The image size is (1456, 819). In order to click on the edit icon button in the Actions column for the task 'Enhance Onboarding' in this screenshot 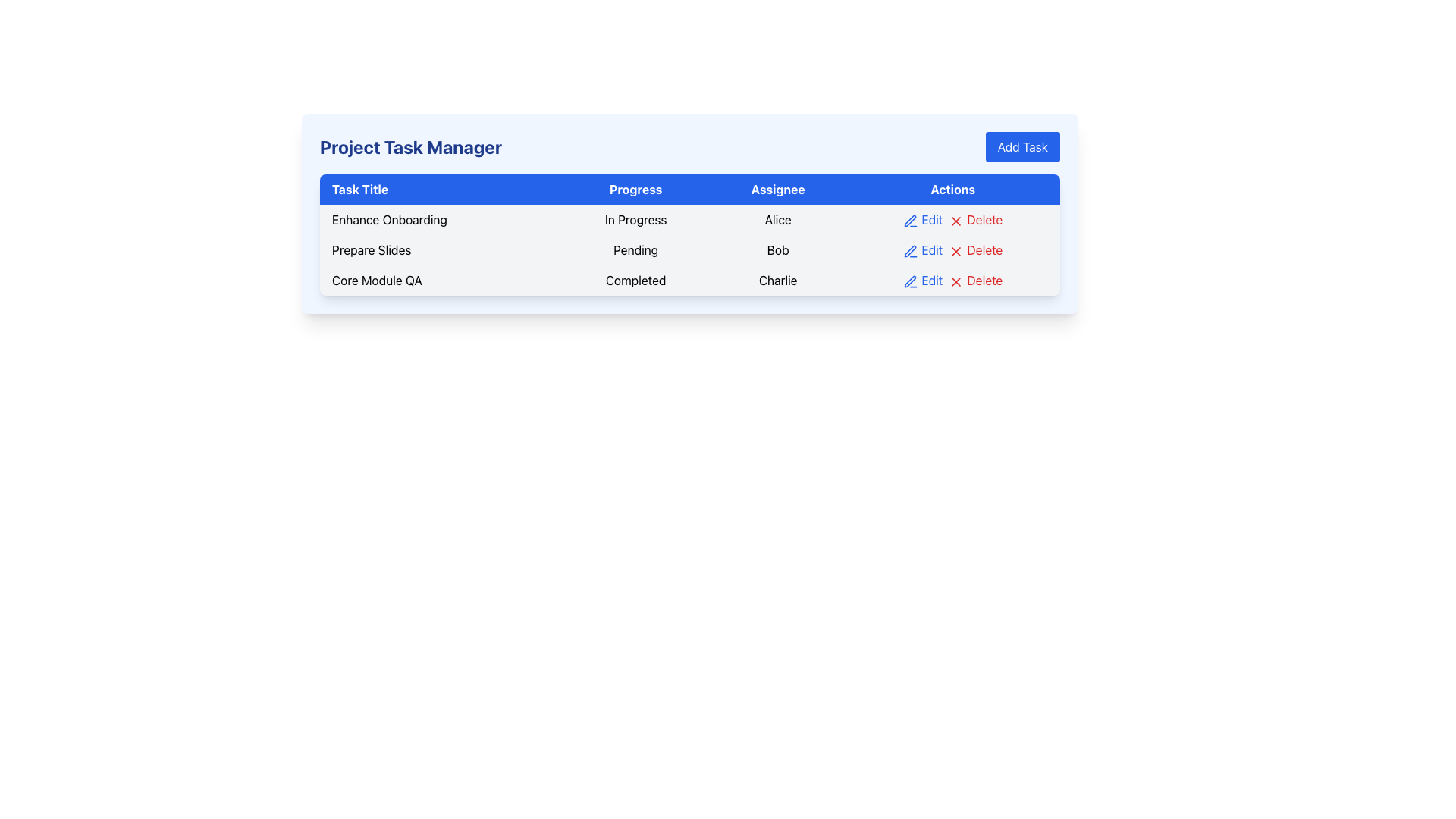, I will do `click(910, 221)`.